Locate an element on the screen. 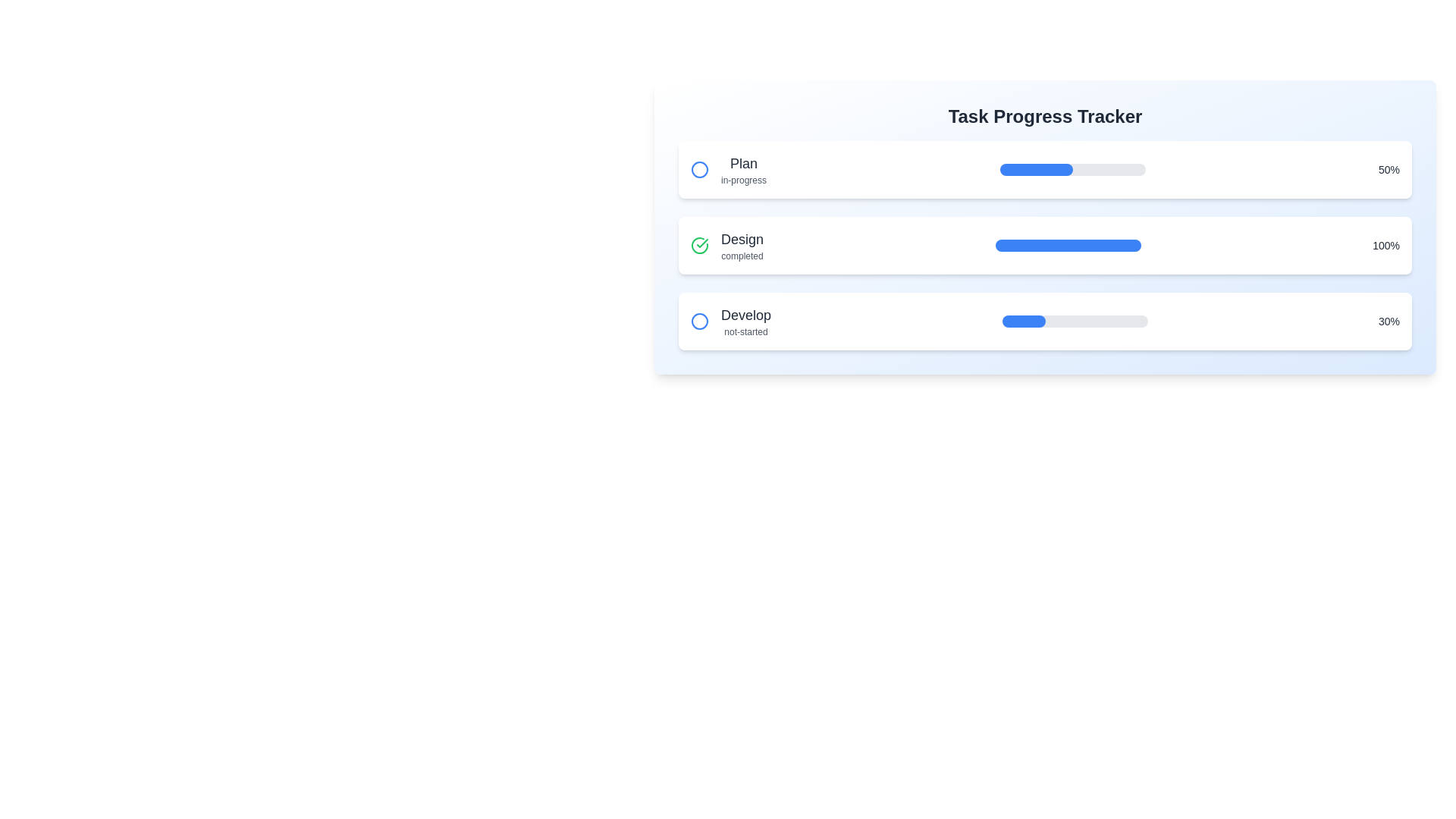 The height and width of the screenshot is (819, 1456). the text label indicating the completion percentage for the 'Design' task located at the far right end of the task card is located at coordinates (1386, 245).